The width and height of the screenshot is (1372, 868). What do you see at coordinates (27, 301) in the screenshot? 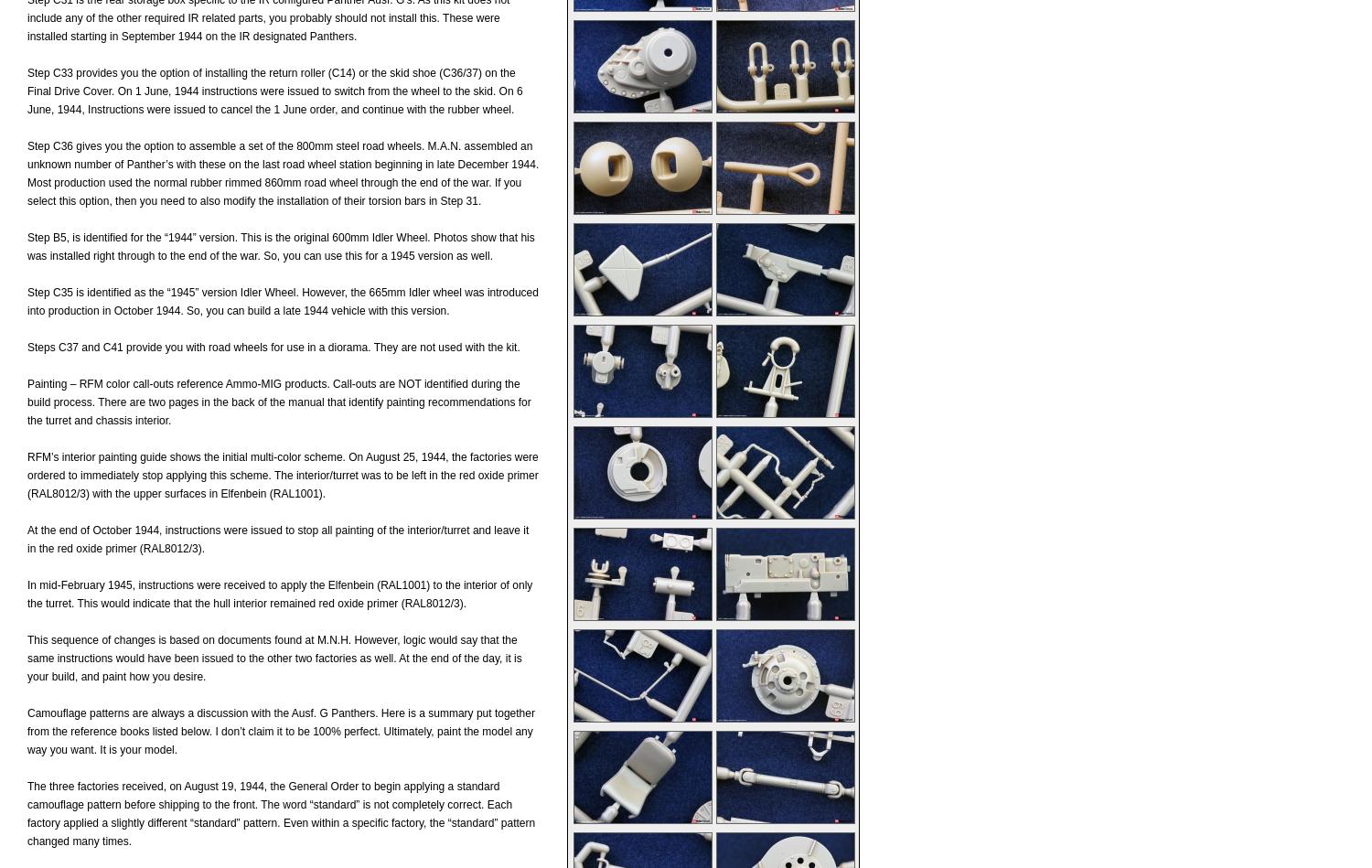
I see `'Step C35 is identified as the “1945” version Idler Wheel. However, the 665mm Idler wheel was introduced into production in October 1944. So, you can build a late 1944 vehicle with this version.'` at bounding box center [27, 301].